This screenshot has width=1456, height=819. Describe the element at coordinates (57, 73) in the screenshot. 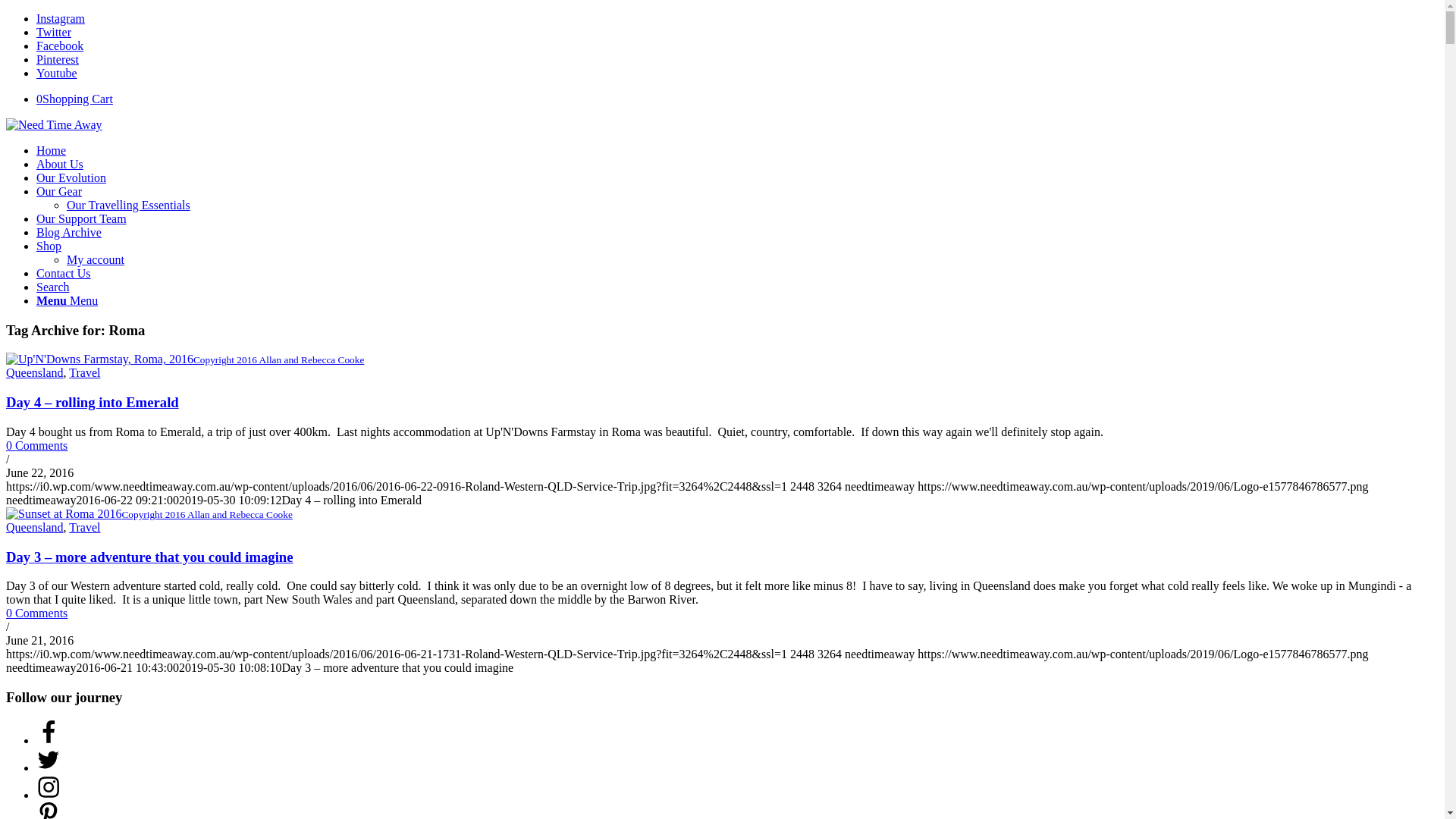

I see `'Youtube'` at that location.